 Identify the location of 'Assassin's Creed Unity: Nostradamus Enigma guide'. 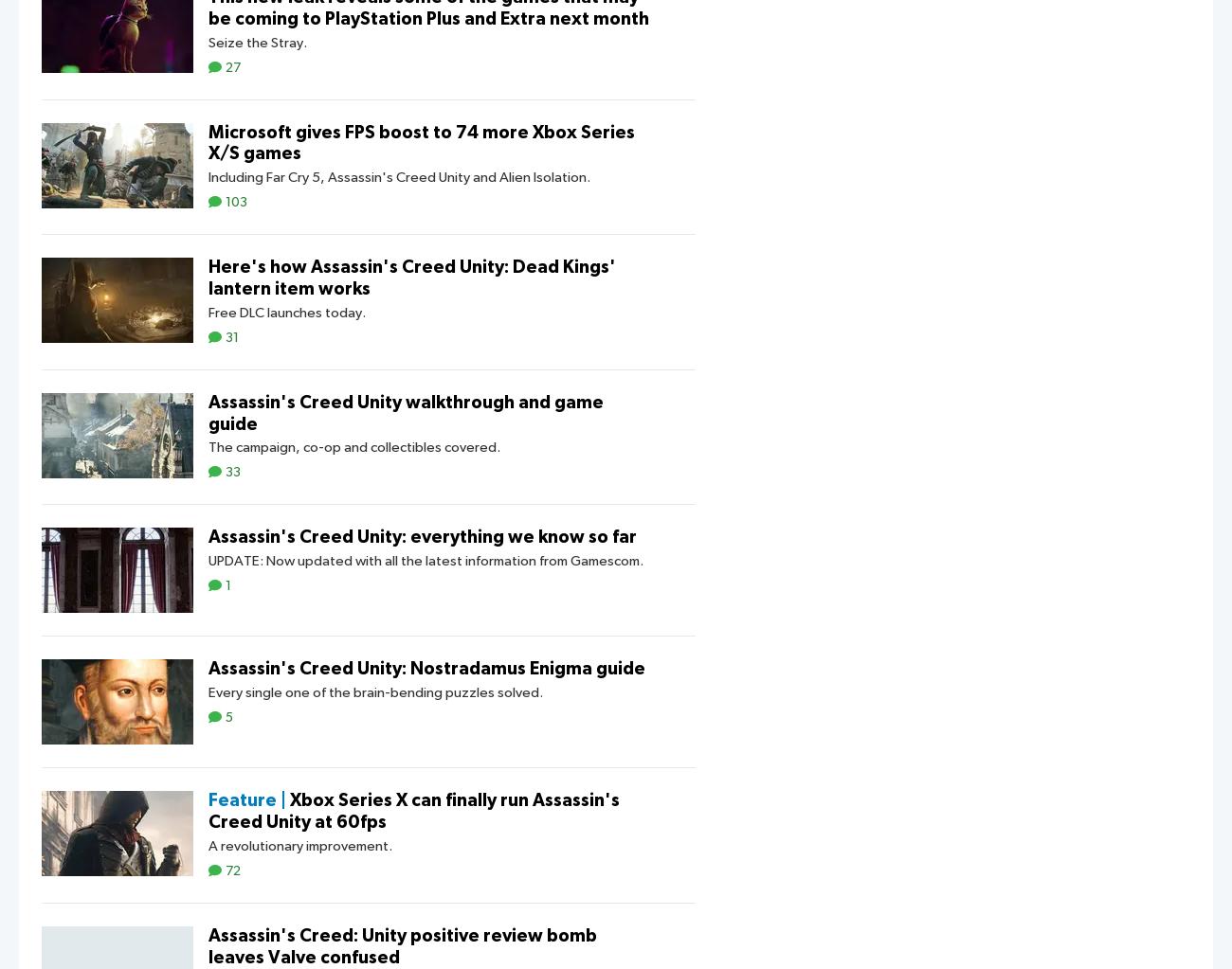
(426, 668).